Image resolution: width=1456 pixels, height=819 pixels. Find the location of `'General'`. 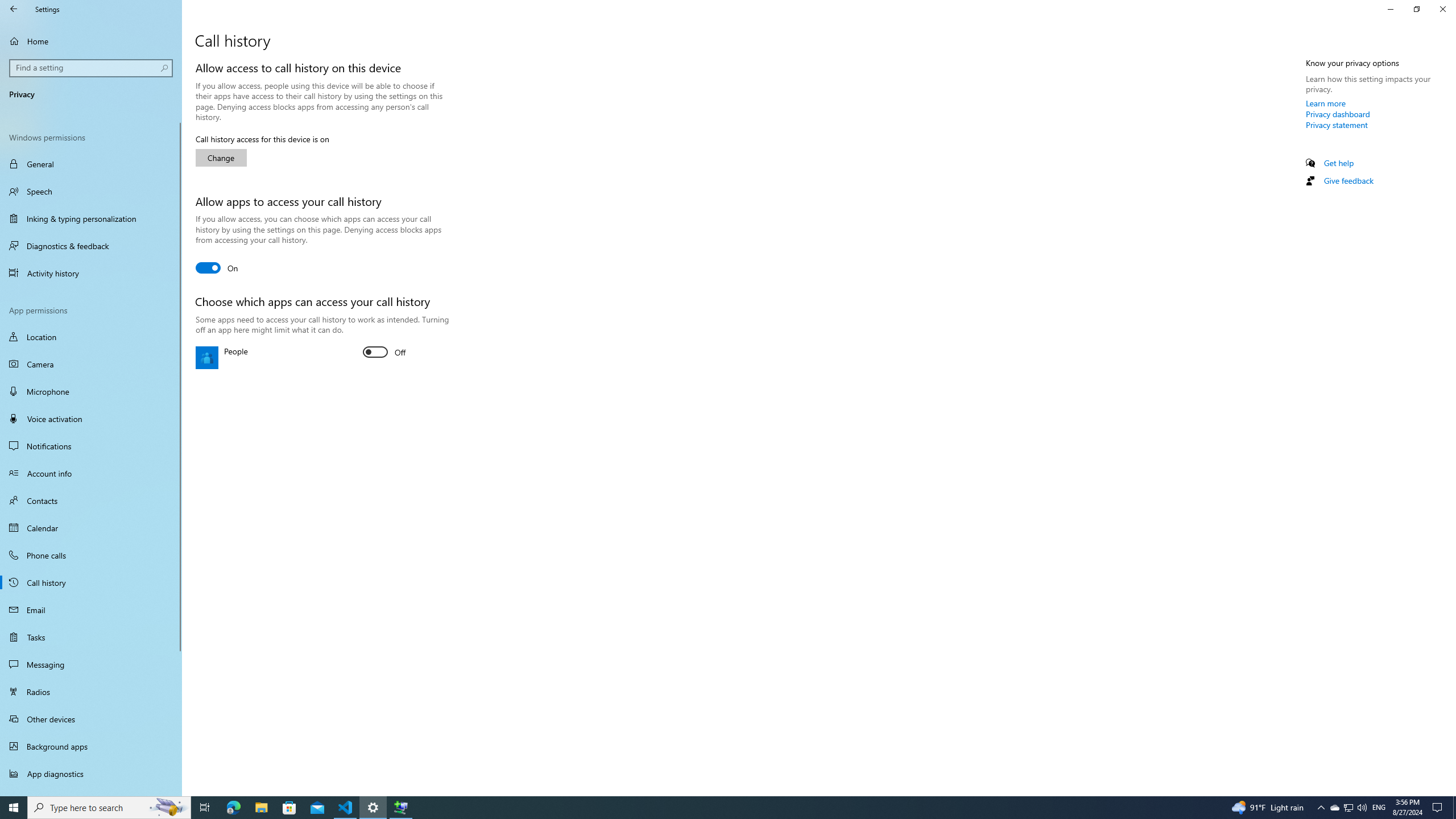

'General' is located at coordinates (90, 163).